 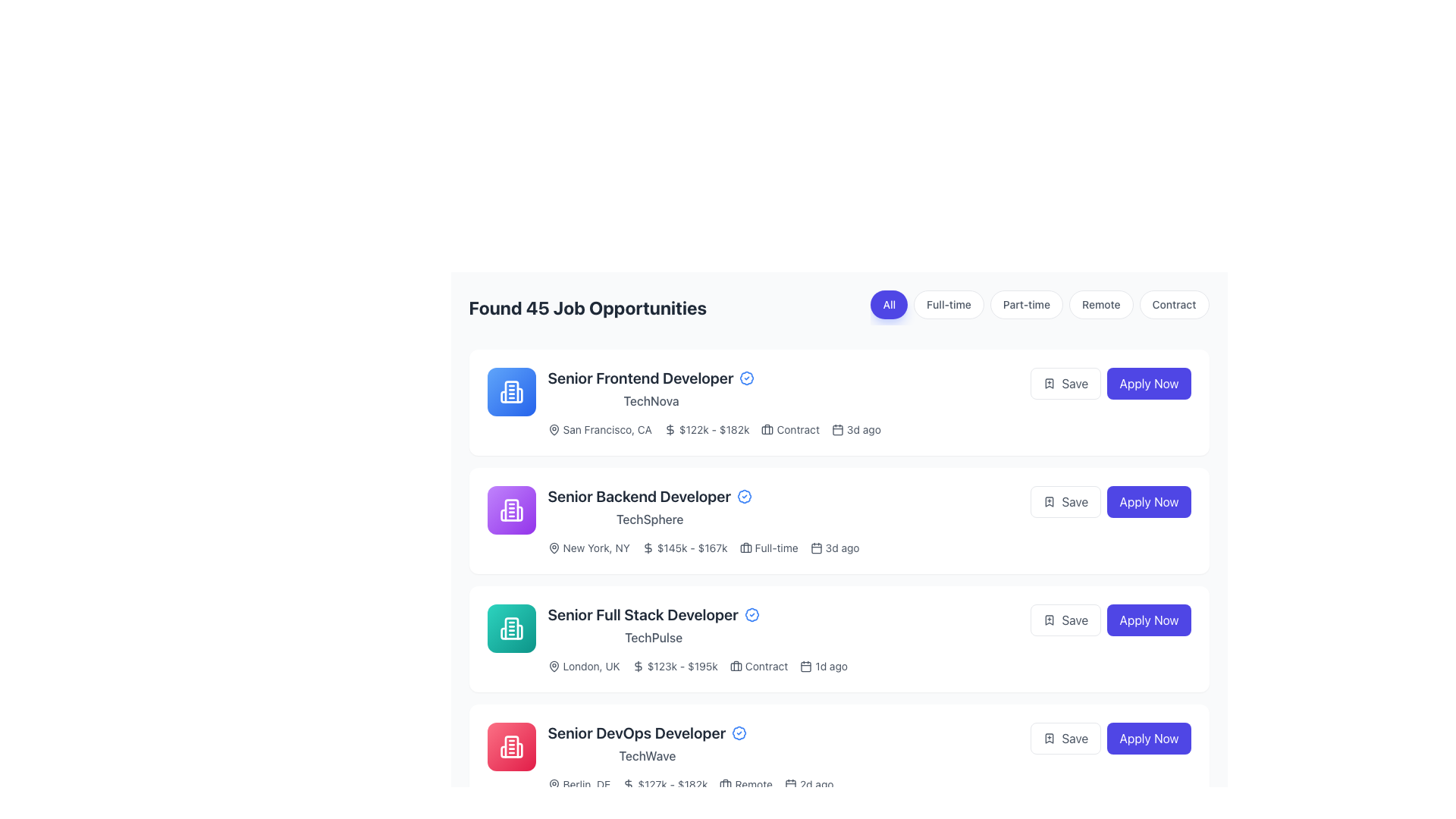 I want to click on the 'Contract' filter button, the last button in the horizontal list of job role filters located at the top-right corner of the job listing interface, so click(x=1173, y=304).